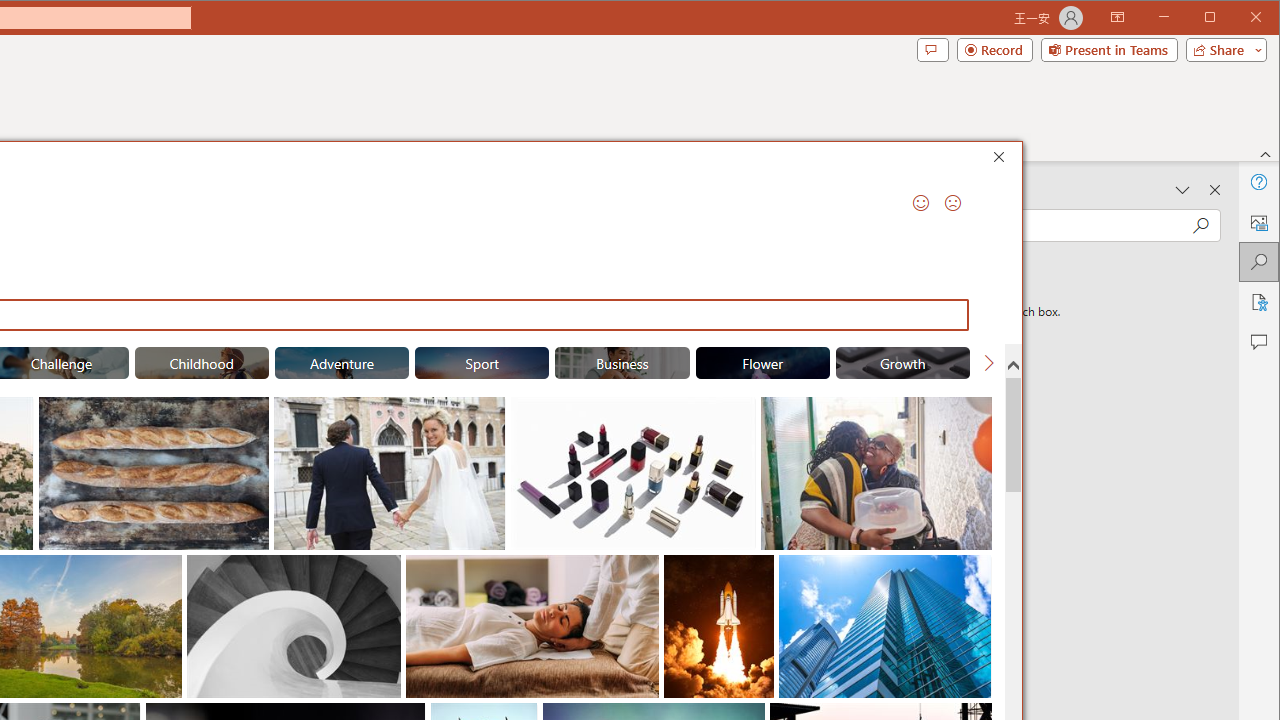  What do you see at coordinates (761, 362) in the screenshot?
I see `'"Flower" Stock Images.'` at bounding box center [761, 362].